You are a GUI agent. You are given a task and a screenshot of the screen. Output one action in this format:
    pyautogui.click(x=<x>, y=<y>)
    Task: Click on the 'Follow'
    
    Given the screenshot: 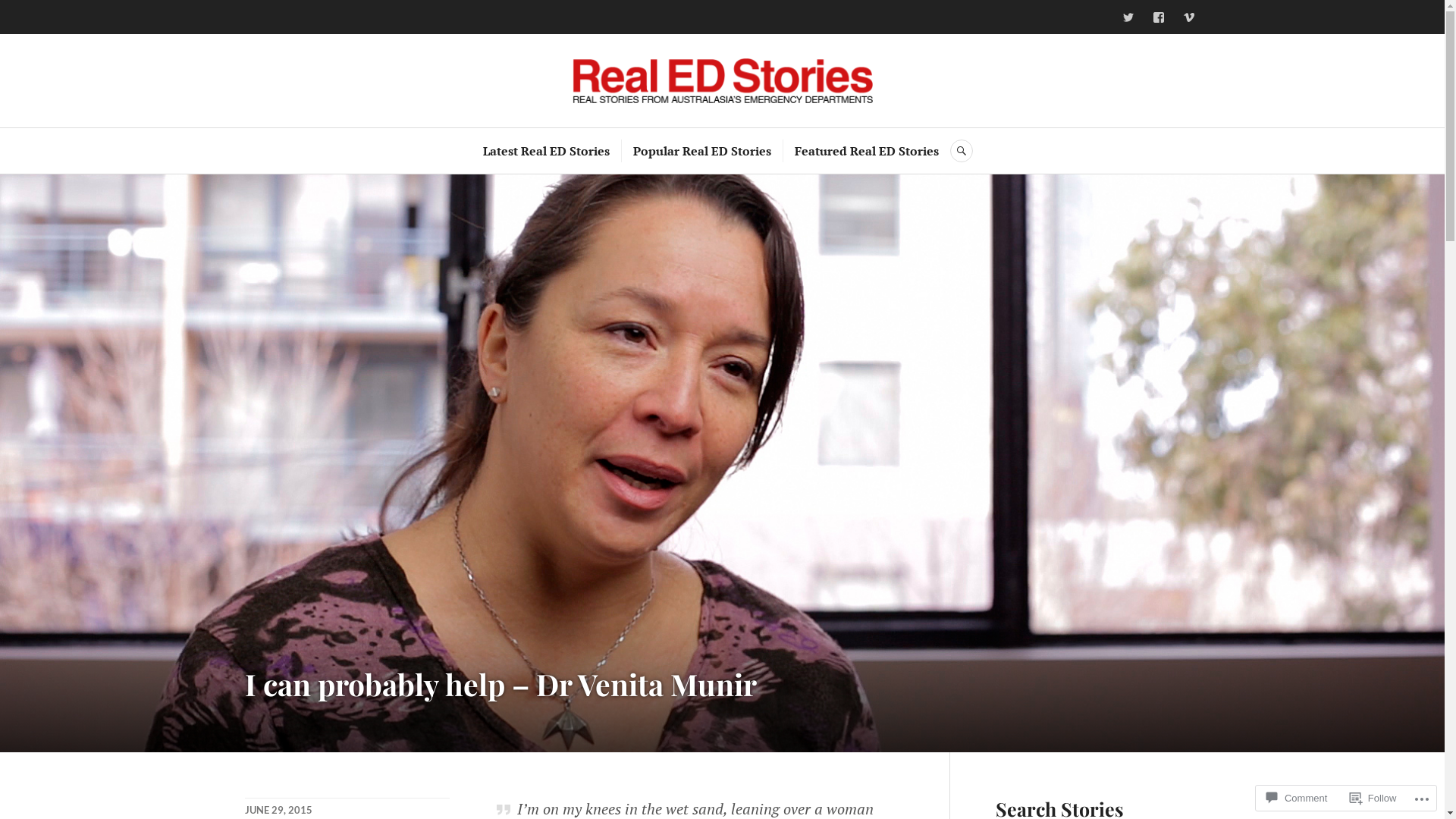 What is the action you would take?
    pyautogui.click(x=1373, y=797)
    